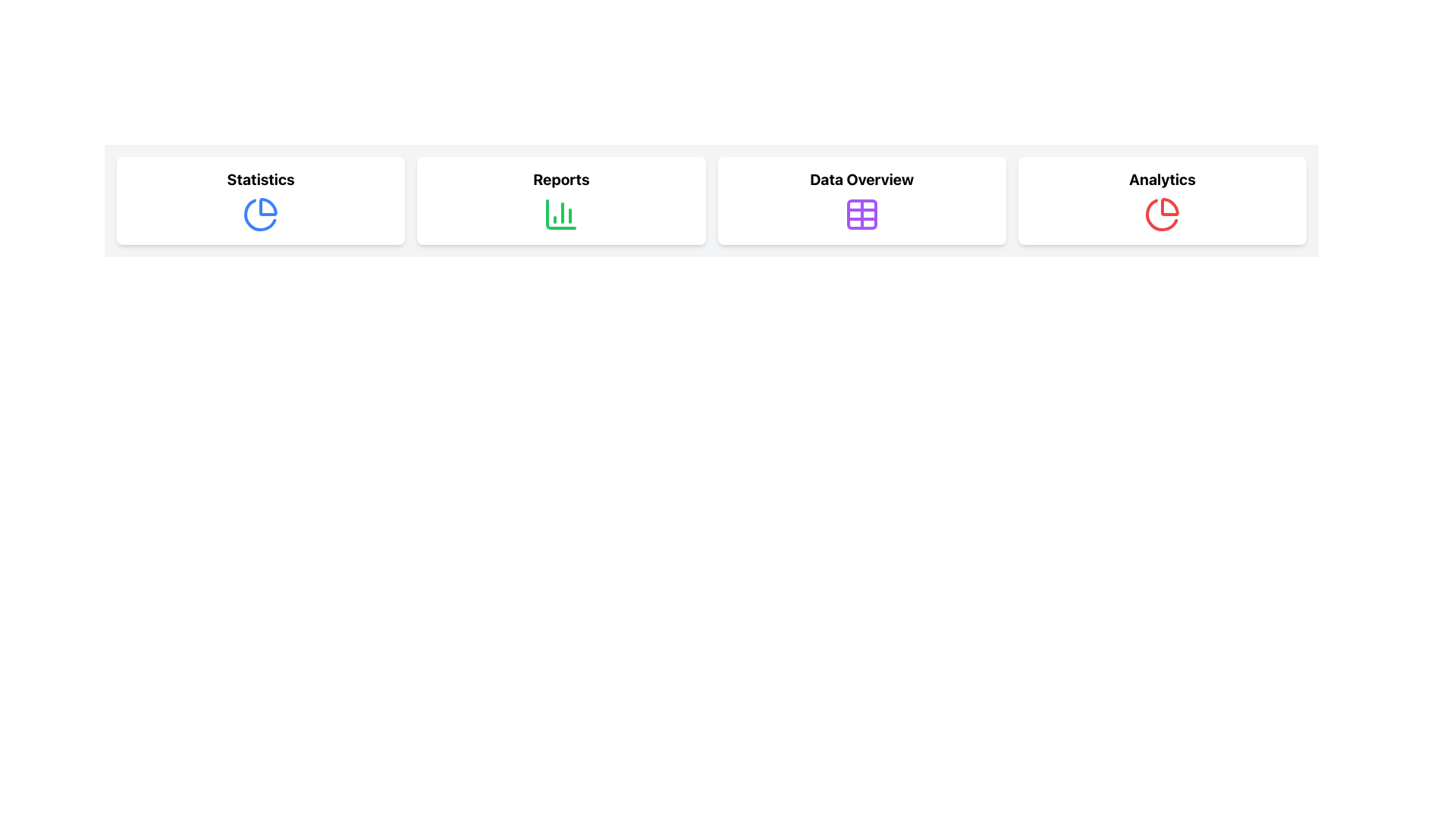 This screenshot has height=819, width=1456. I want to click on the SVG graphic icon resembling a table or grid with a purple outline, located in the center-bottom area of the 'Data Overview' card, so click(861, 214).